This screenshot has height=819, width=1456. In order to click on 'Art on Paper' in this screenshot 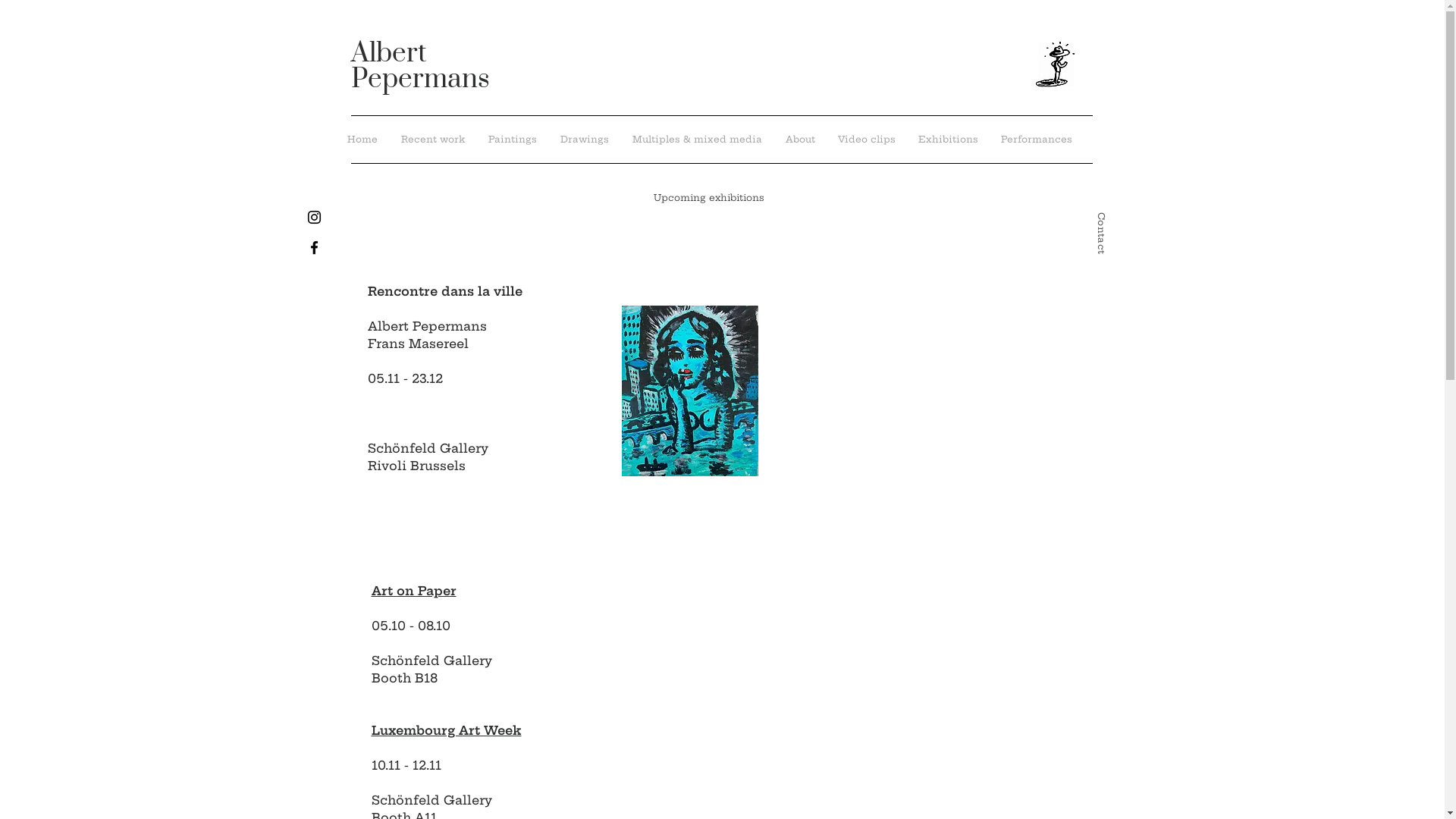, I will do `click(371, 590)`.